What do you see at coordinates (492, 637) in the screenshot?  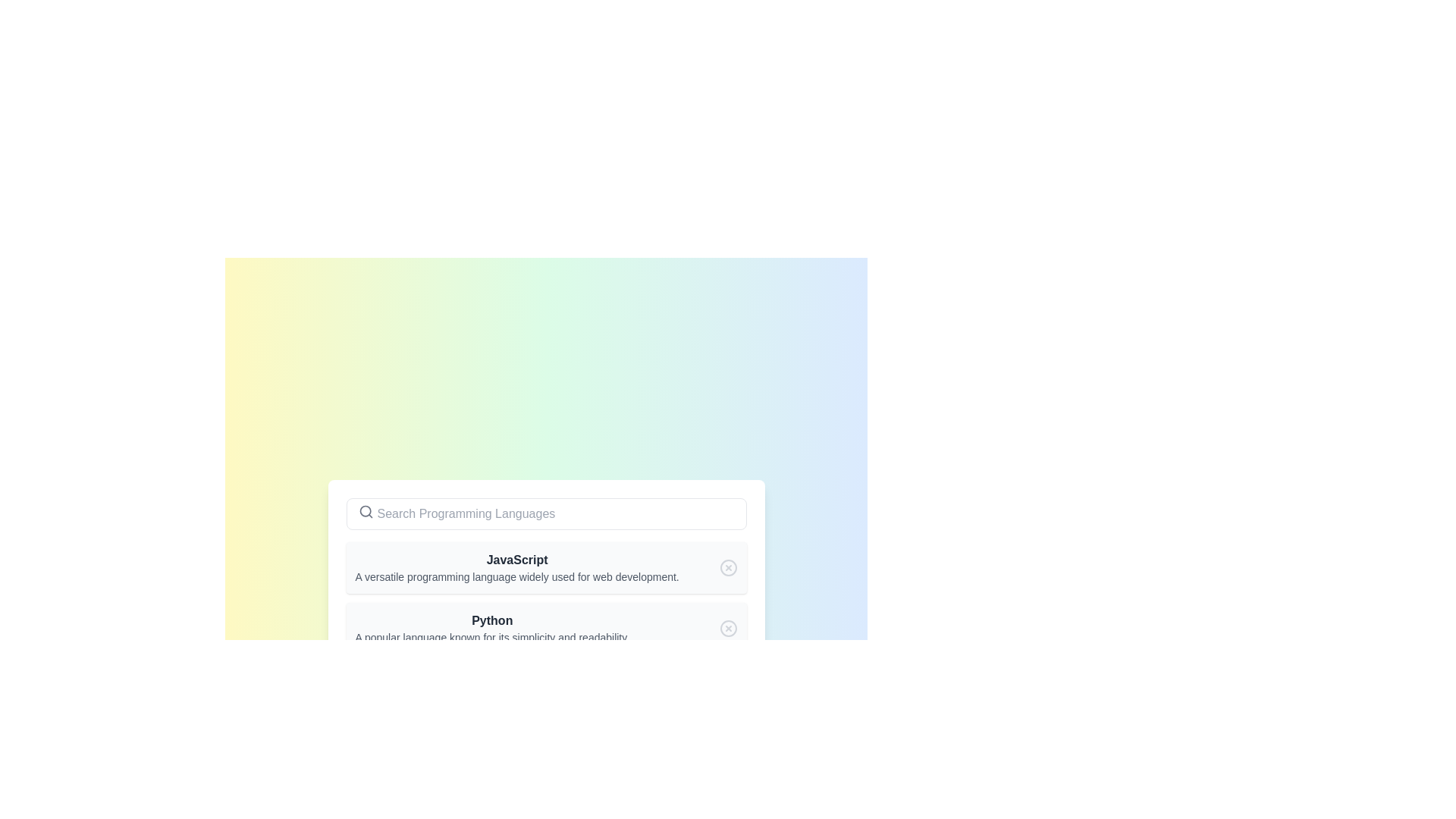 I see `the informational text element located directly below the bold text 'Python', which provides additional descriptive information about the item` at bounding box center [492, 637].